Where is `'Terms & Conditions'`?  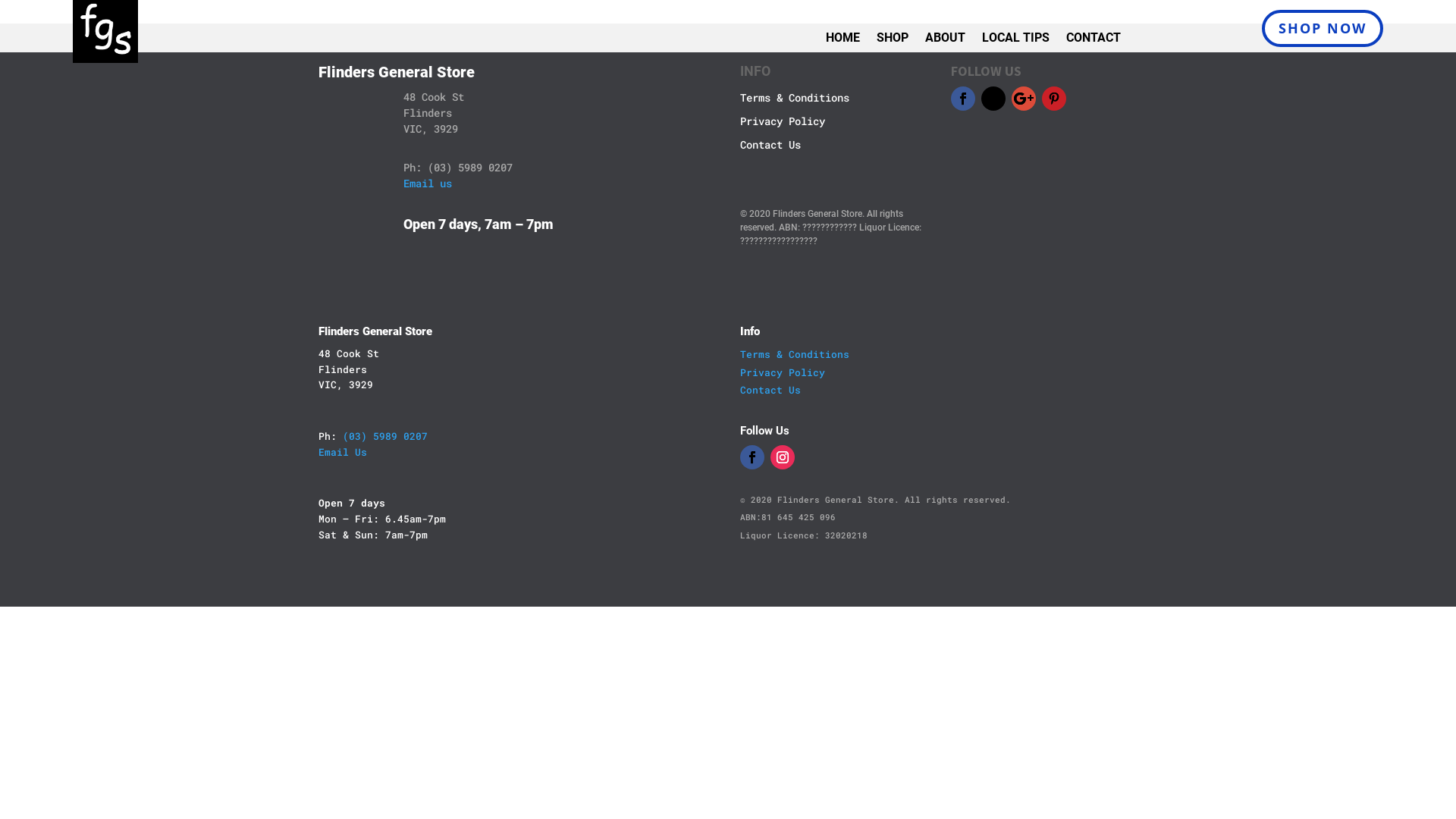 'Terms & Conditions' is located at coordinates (793, 353).